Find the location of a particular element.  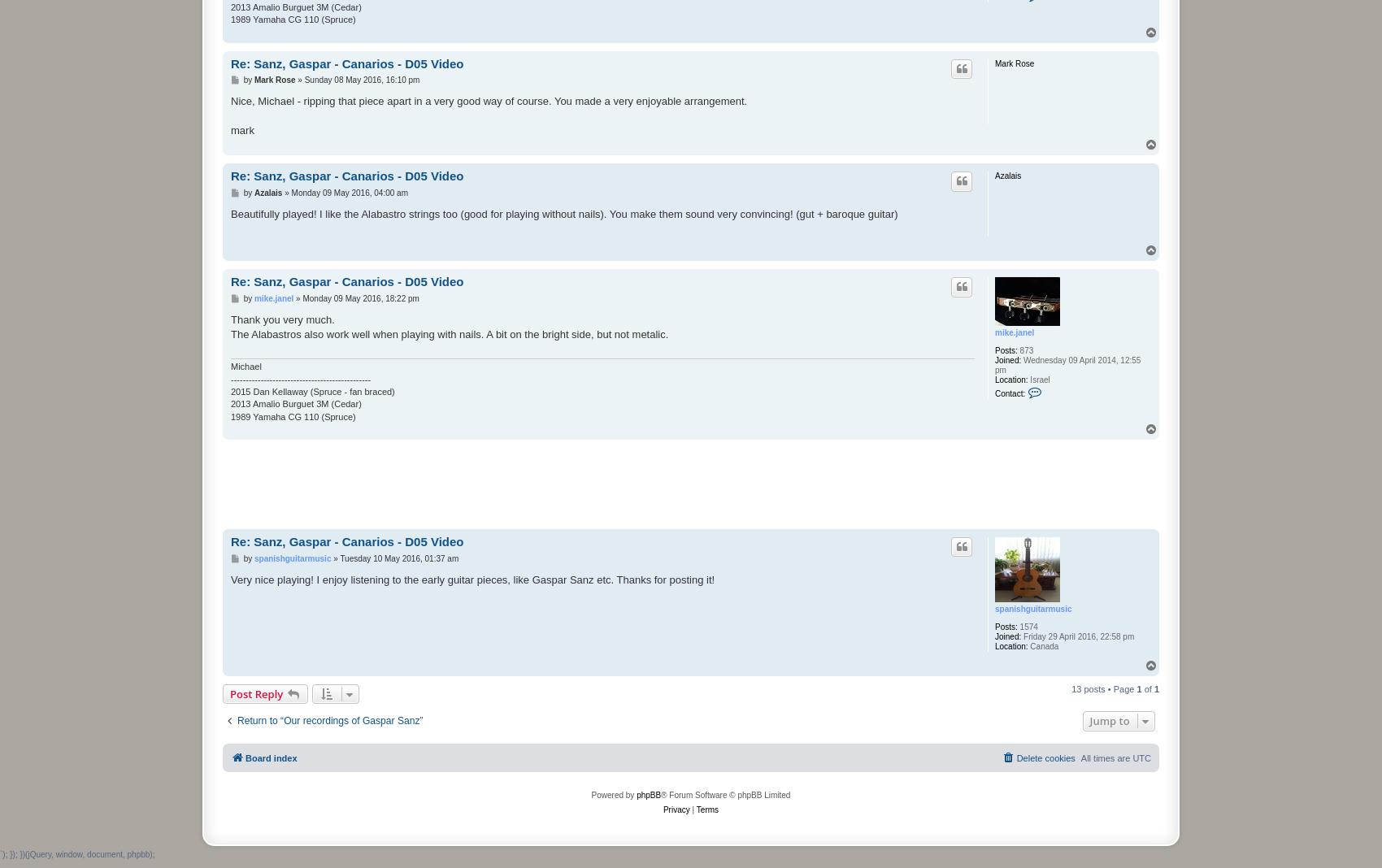

'phpBB' is located at coordinates (647, 794).